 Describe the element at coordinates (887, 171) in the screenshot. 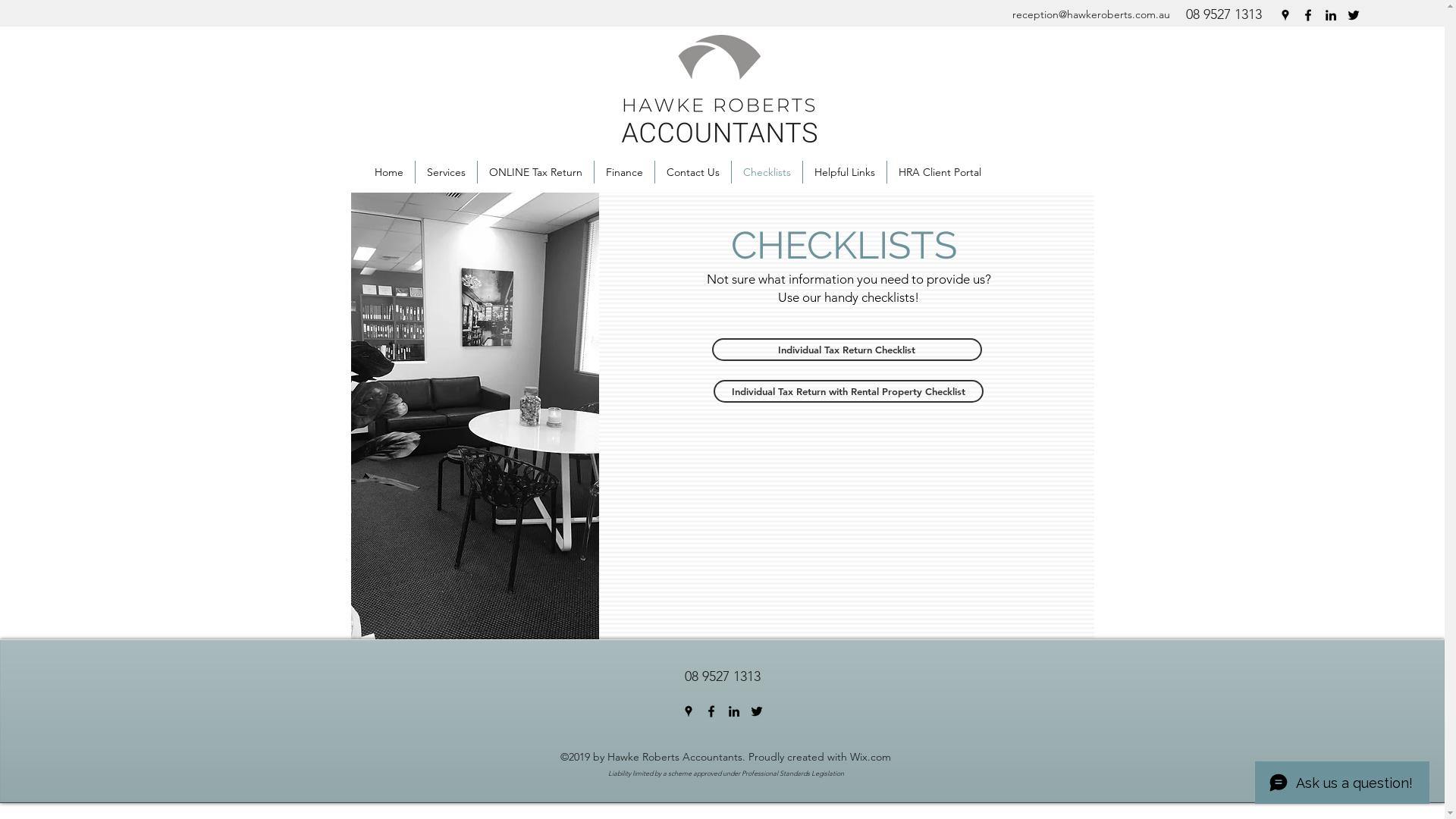

I see `'HRA Client Portal'` at that location.